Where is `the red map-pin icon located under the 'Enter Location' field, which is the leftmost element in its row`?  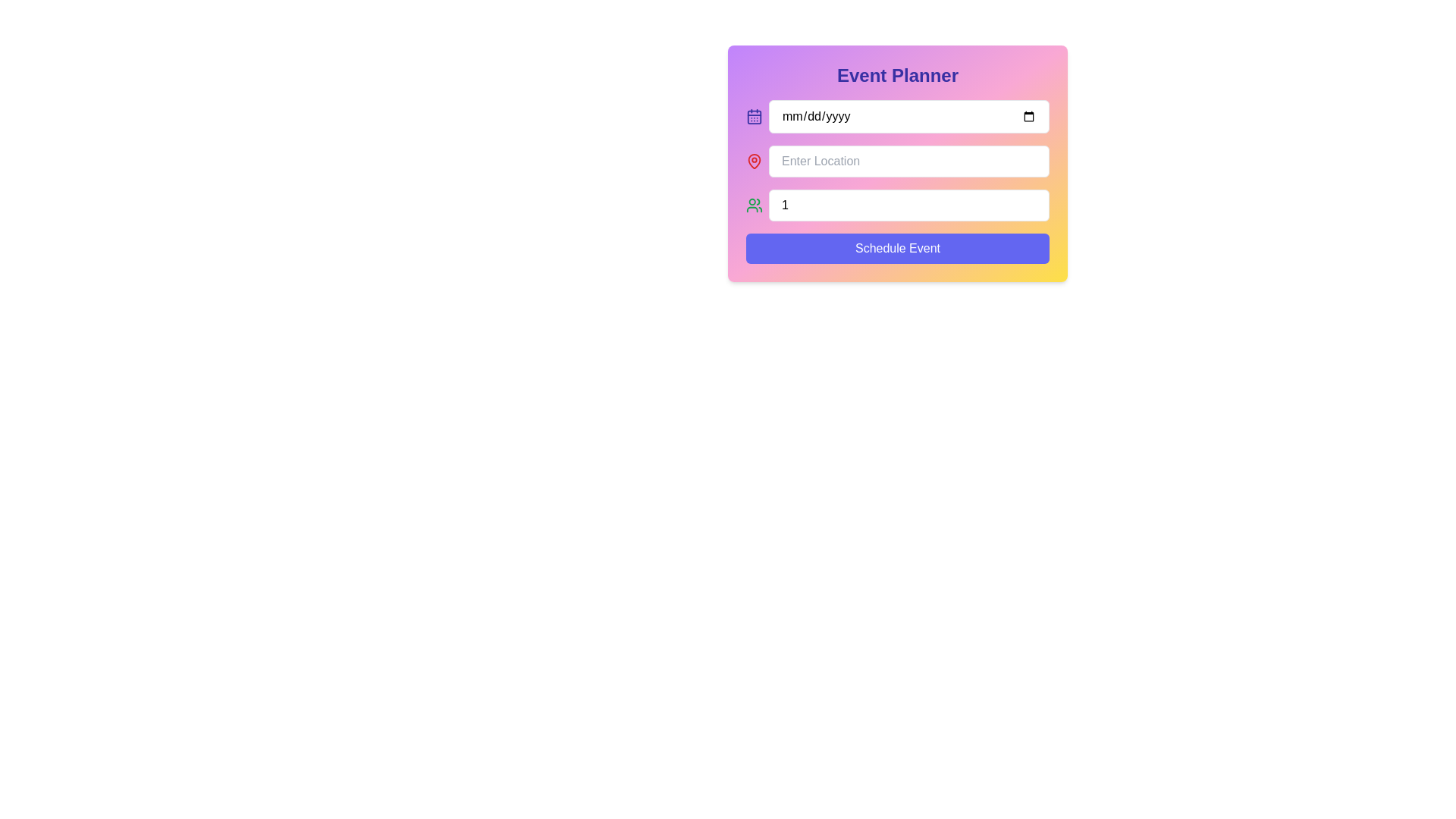
the red map-pin icon located under the 'Enter Location' field, which is the leftmost element in its row is located at coordinates (754, 161).